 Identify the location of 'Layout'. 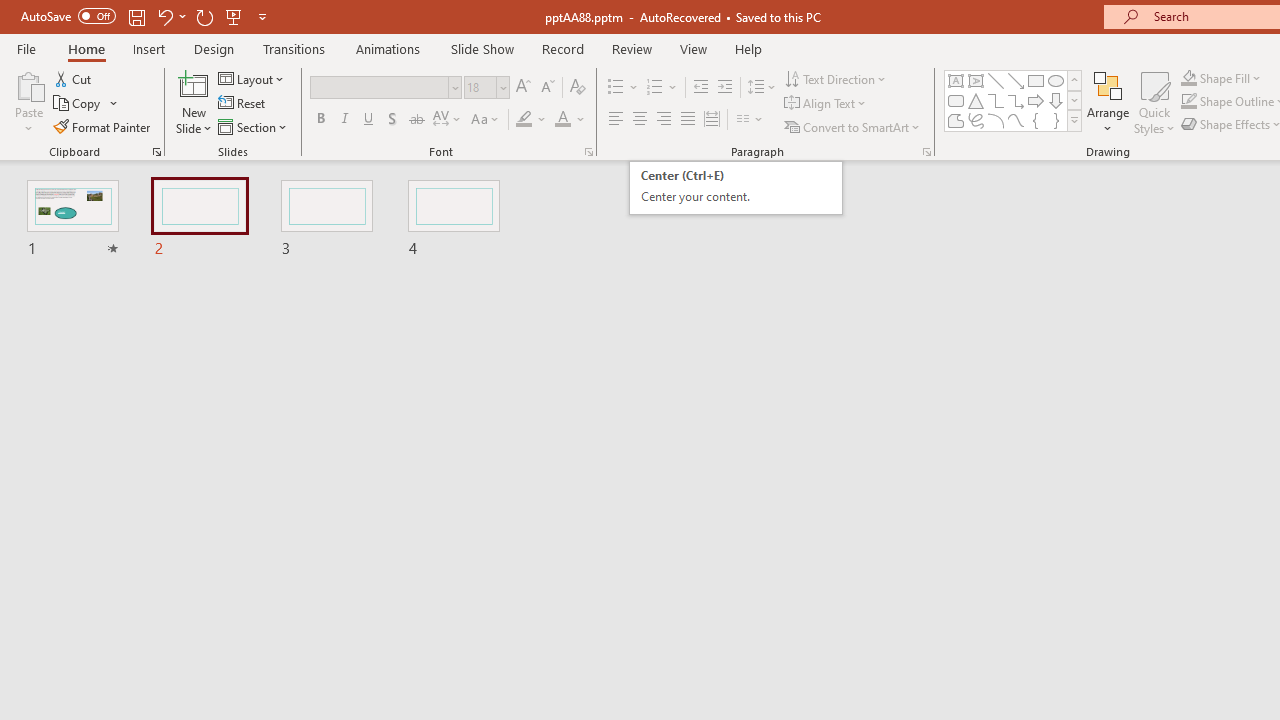
(251, 78).